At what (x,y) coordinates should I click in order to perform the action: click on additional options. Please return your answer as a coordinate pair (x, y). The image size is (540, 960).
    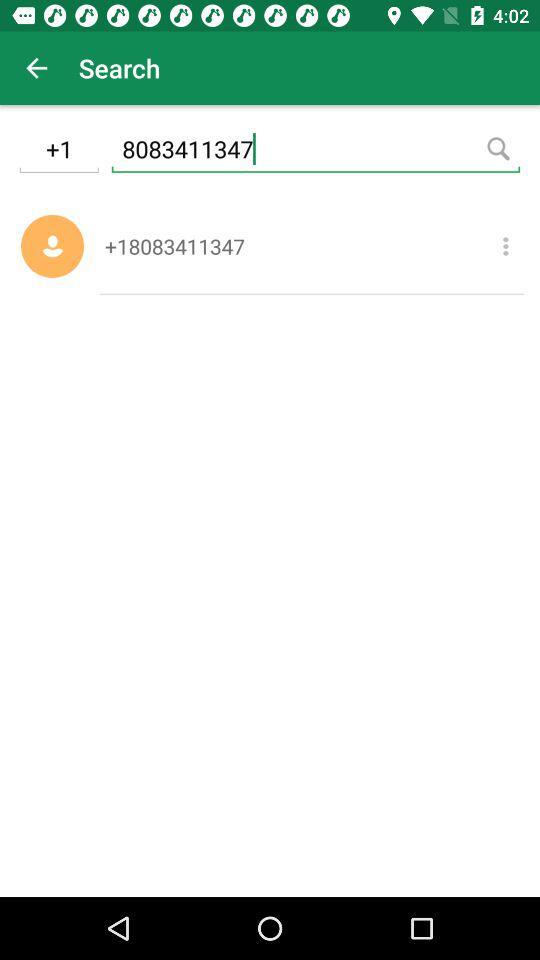
    Looking at the image, I should click on (504, 245).